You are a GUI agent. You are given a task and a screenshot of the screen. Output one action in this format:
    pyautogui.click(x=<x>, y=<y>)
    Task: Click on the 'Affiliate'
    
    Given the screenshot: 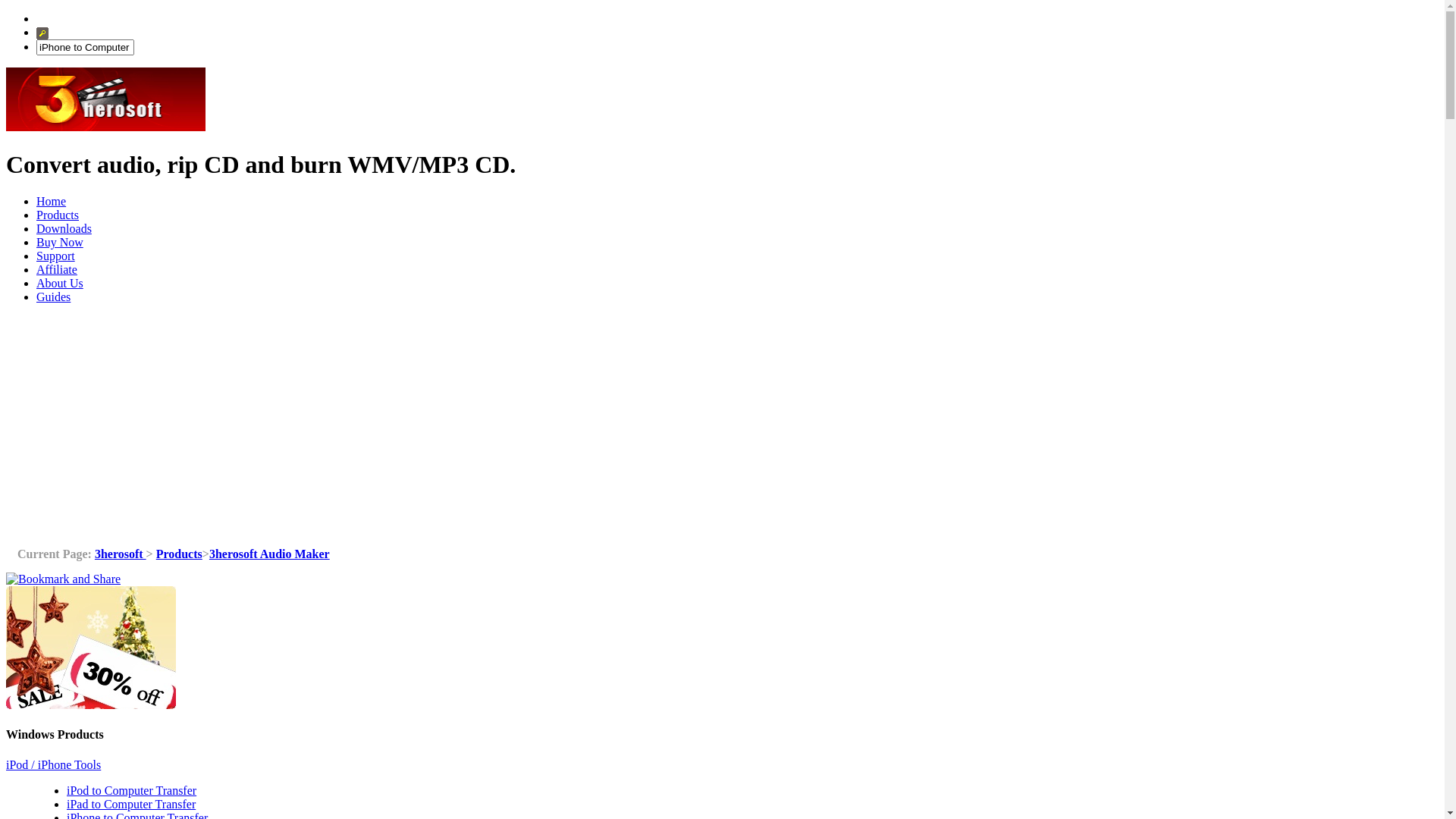 What is the action you would take?
    pyautogui.click(x=57, y=268)
    